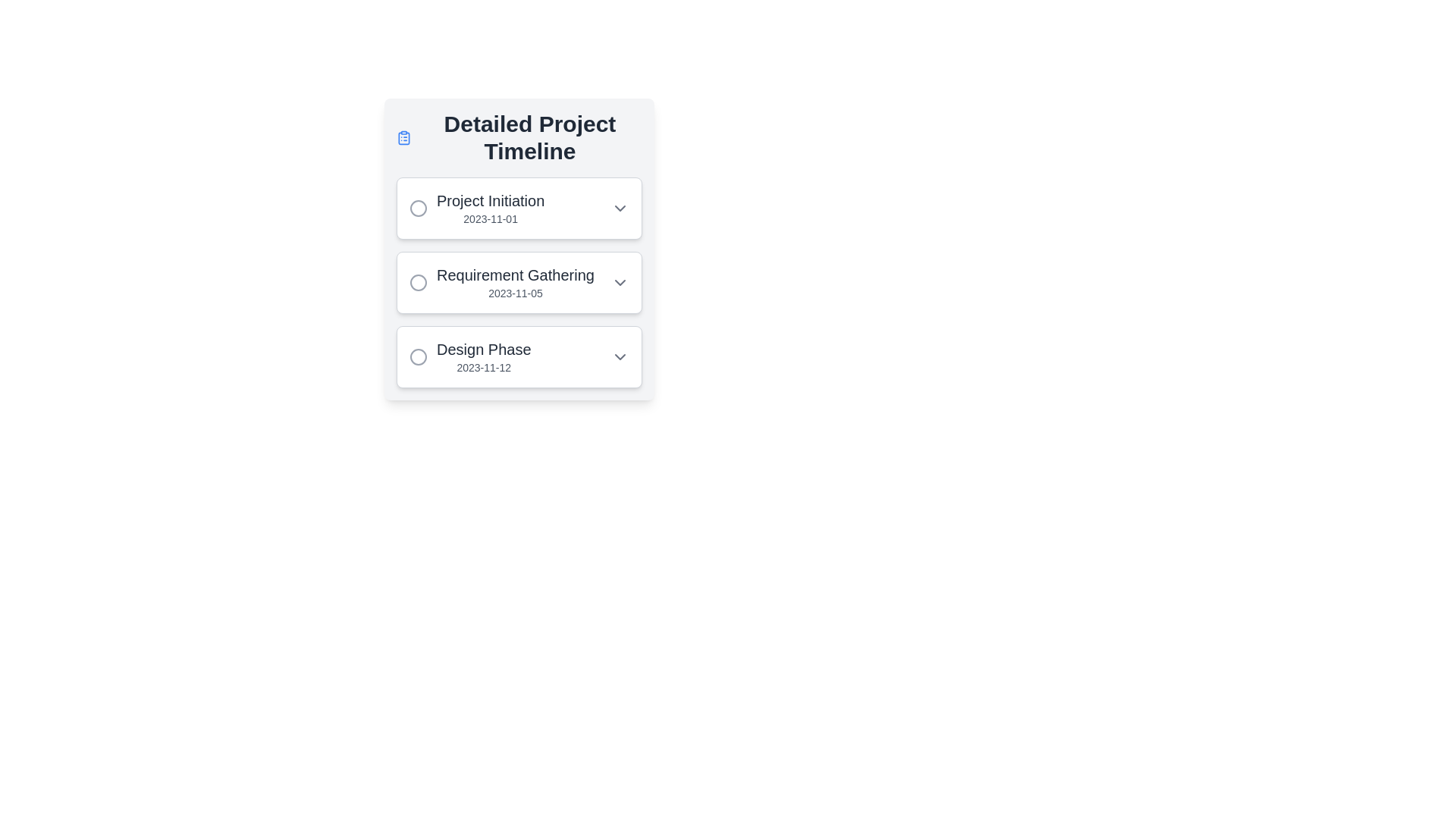 This screenshot has height=819, width=1456. What do you see at coordinates (419, 208) in the screenshot?
I see `the circular icon located to the left of the text 'Project Initiation' and its date '2023-11-01', which is the first element in a vertical list` at bounding box center [419, 208].